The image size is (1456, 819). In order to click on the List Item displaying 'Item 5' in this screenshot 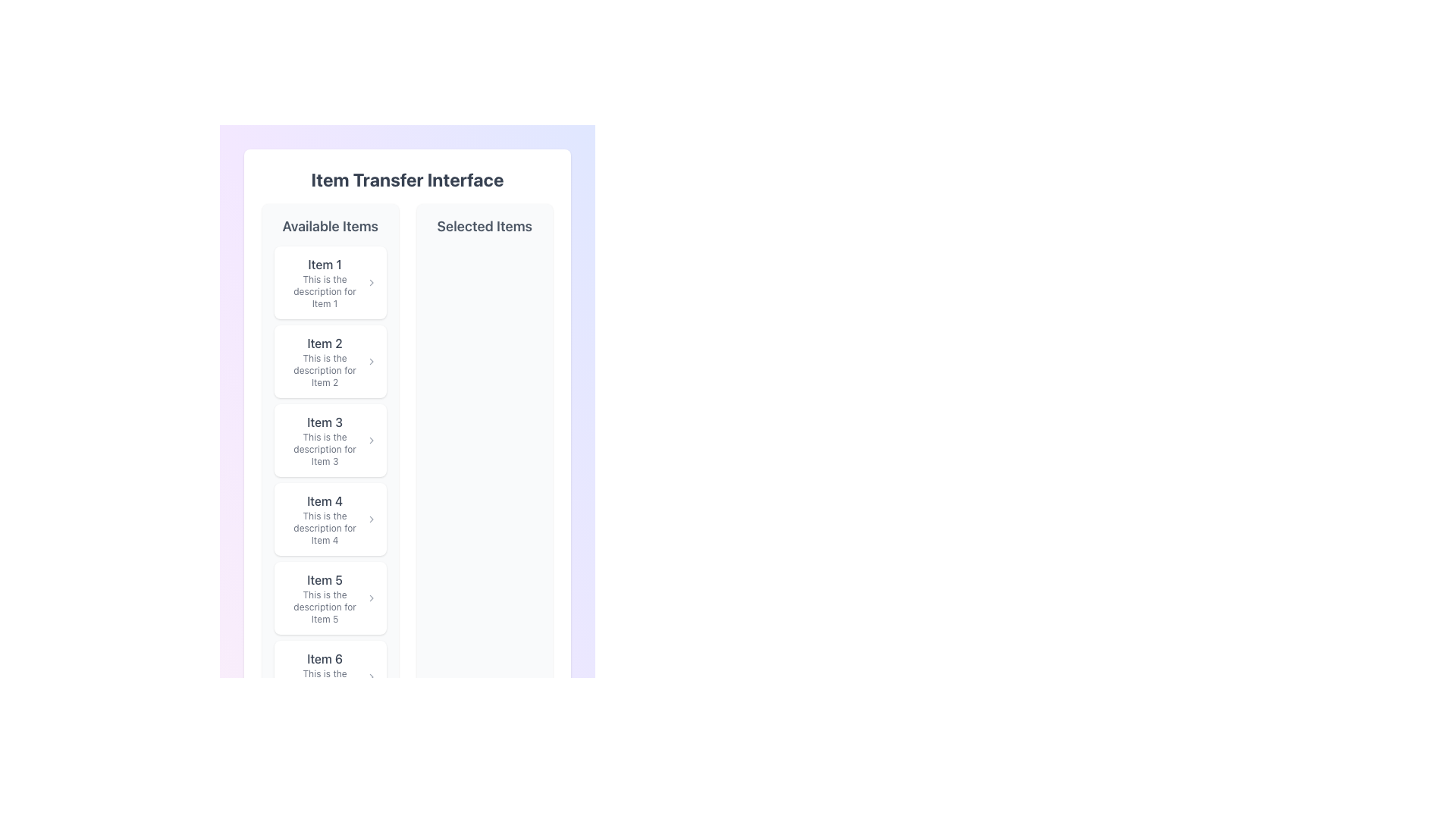, I will do `click(329, 598)`.